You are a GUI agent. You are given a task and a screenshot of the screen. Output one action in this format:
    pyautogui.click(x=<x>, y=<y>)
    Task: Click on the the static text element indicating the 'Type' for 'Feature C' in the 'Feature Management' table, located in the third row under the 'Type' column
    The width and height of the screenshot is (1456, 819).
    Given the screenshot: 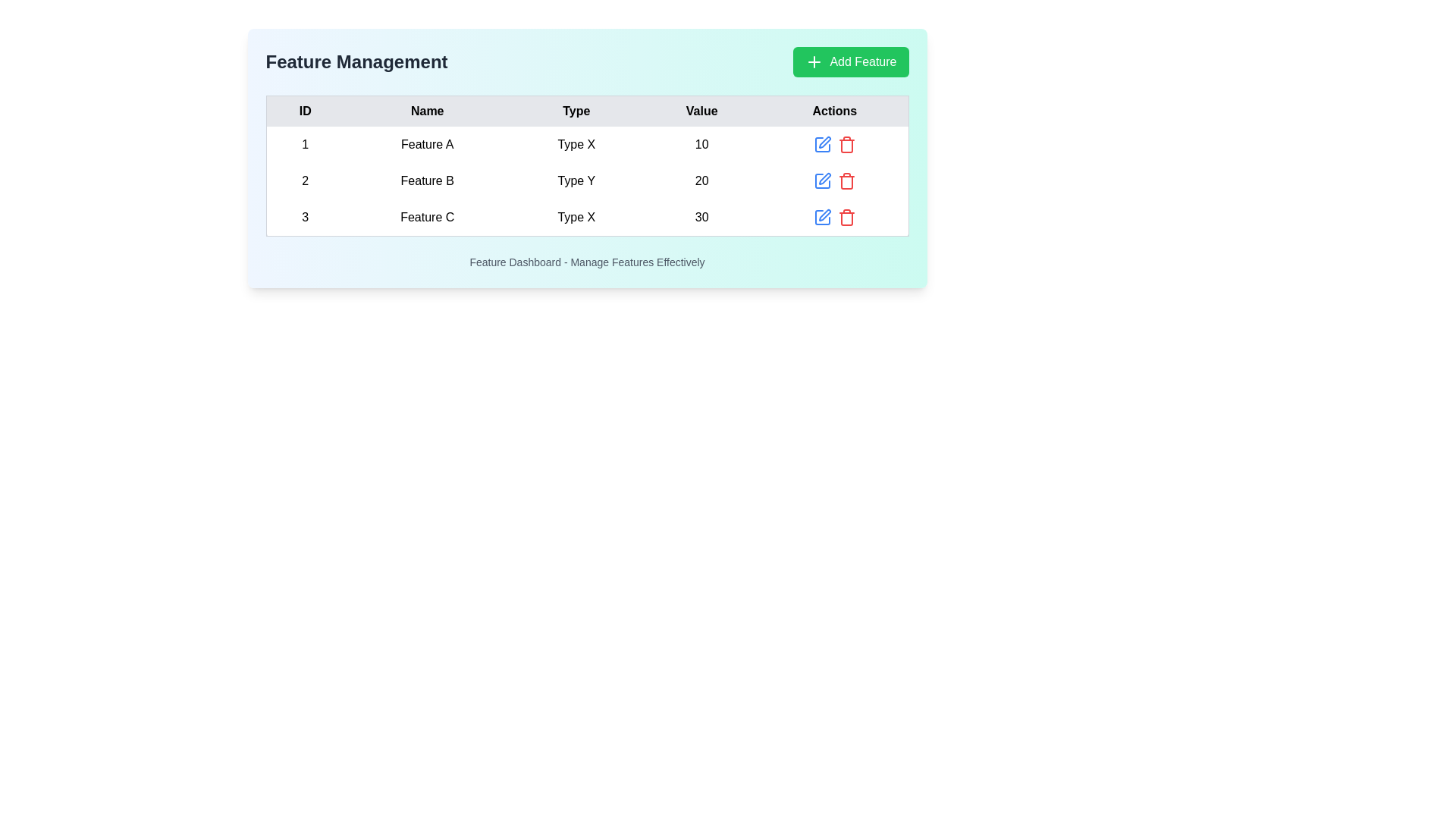 What is the action you would take?
    pyautogui.click(x=576, y=218)
    